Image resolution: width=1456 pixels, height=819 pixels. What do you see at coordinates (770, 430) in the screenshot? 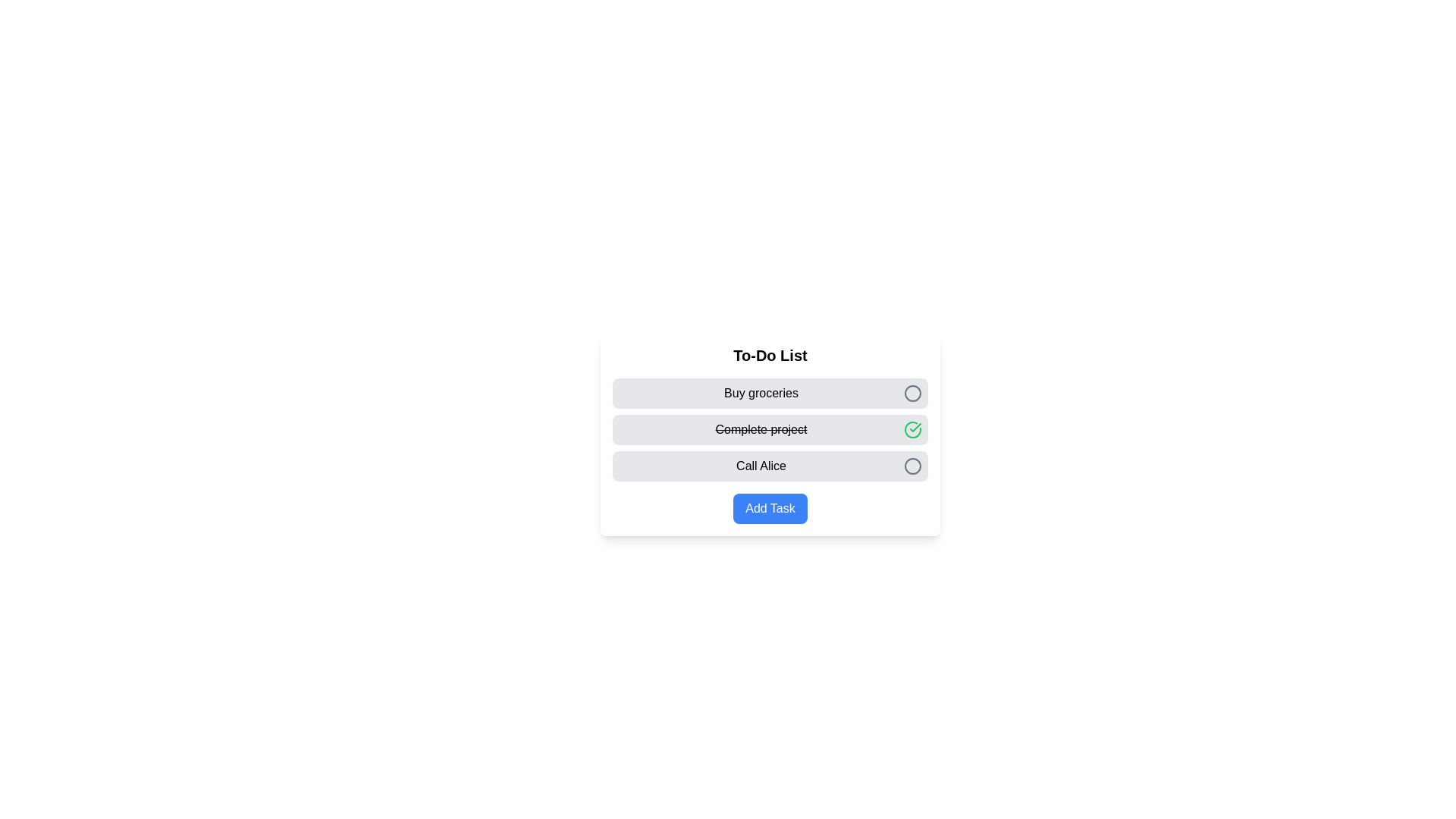
I see `the completed task item in the to-do list, which is the second item positioned beneath 'Buy groceries' and above 'Call Alice'` at bounding box center [770, 430].